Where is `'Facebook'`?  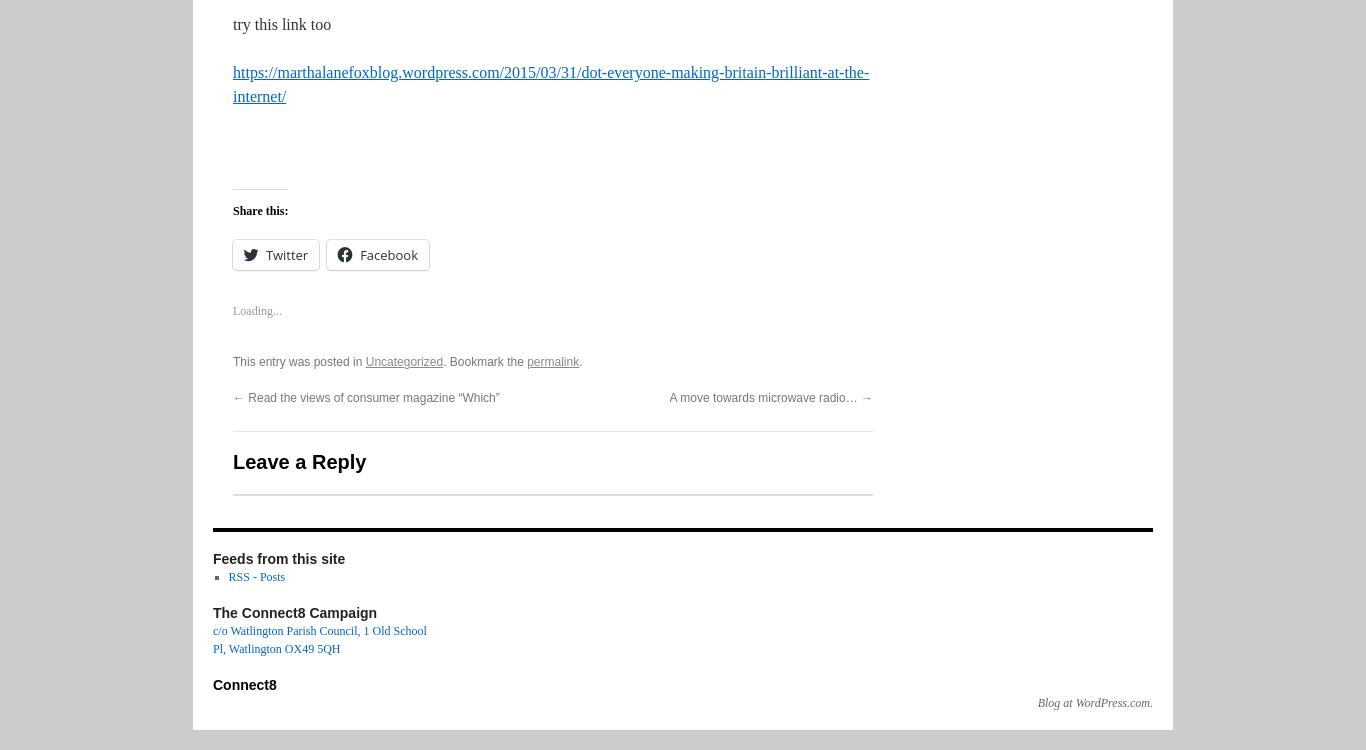
'Facebook' is located at coordinates (358, 255).